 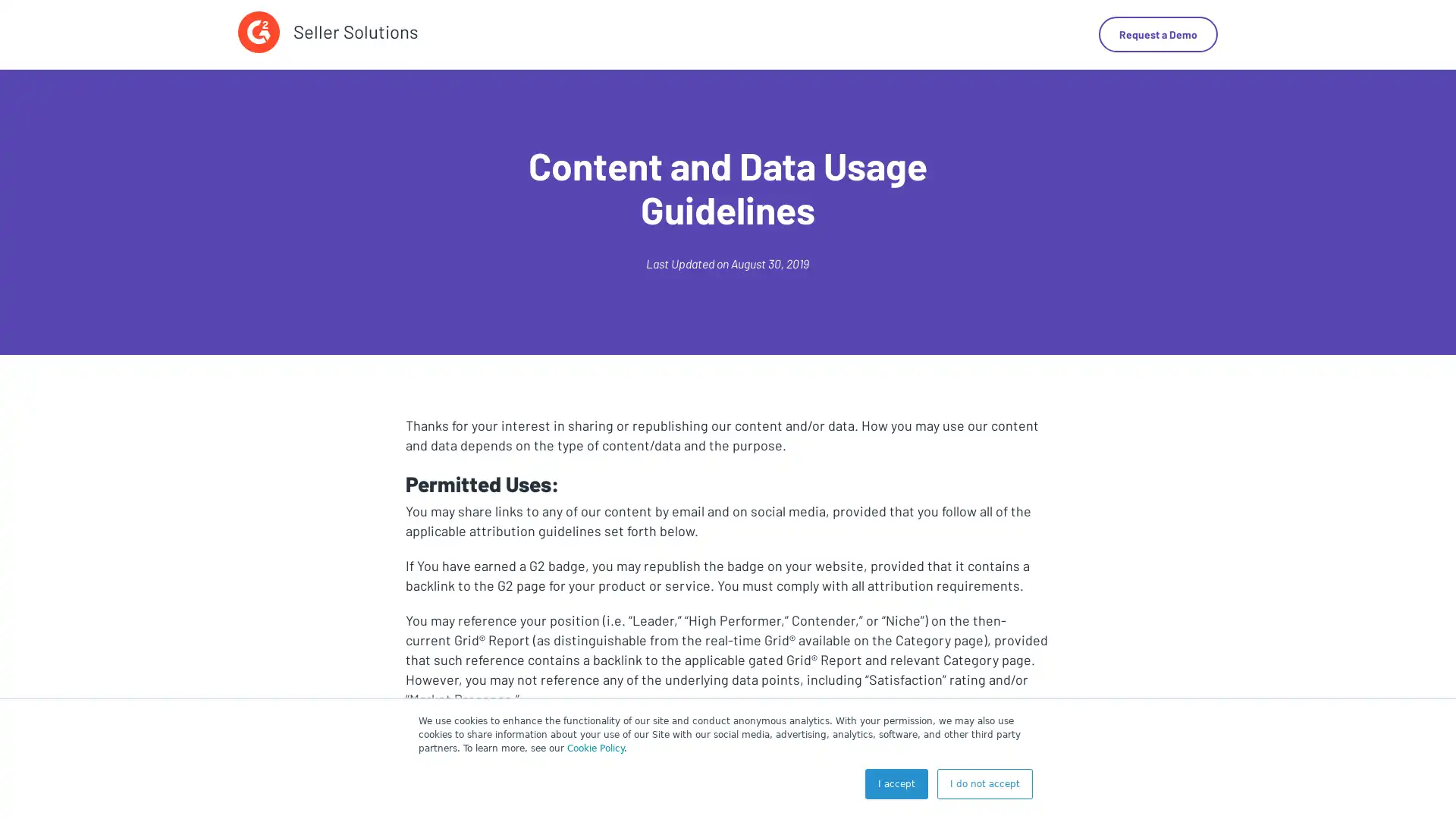 I want to click on Open Intercom Messenger, so click(x=1417, y=780).